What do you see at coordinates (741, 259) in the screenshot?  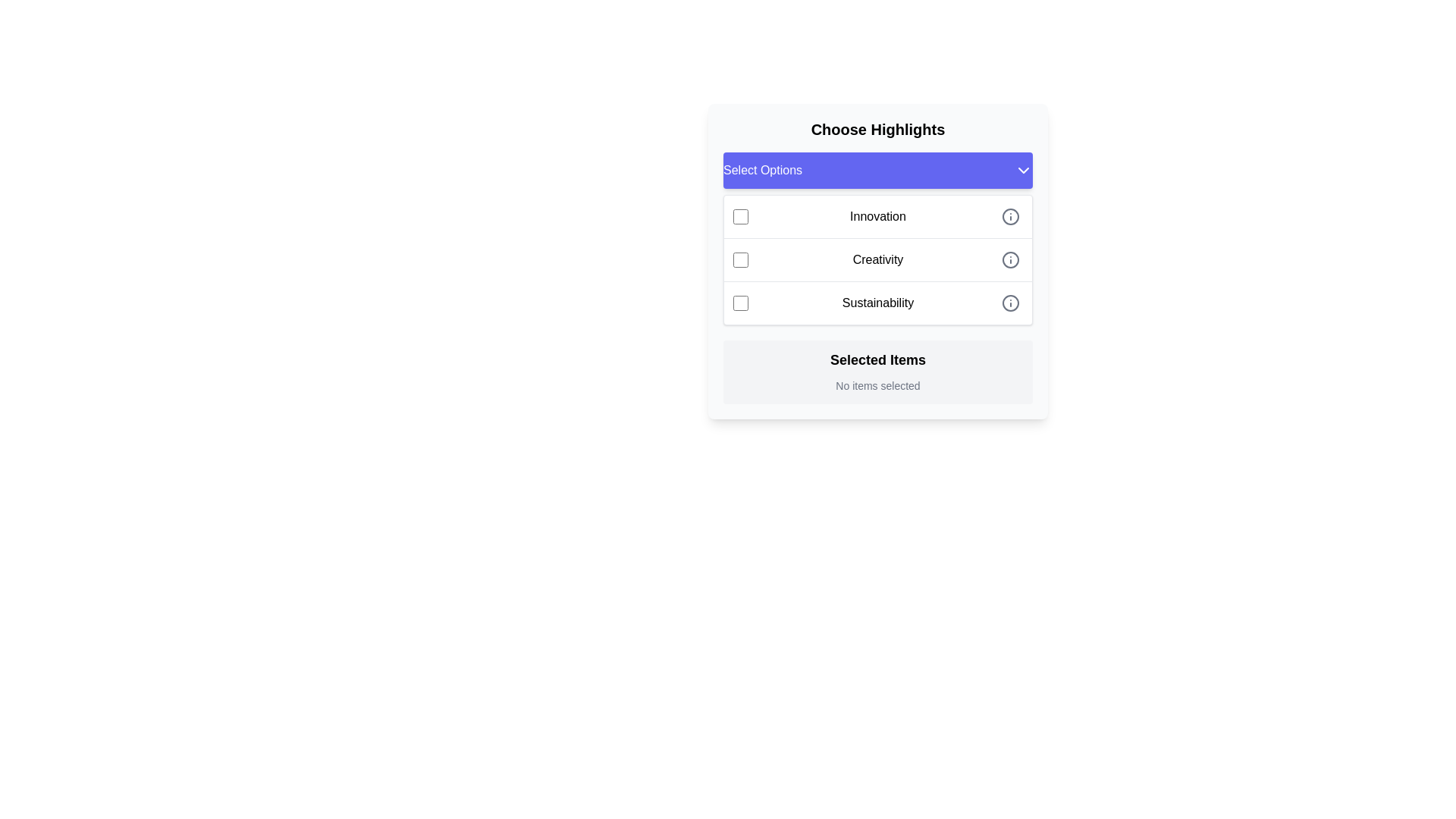 I see `the checkbox element located on the left side of the 'Creativity' label` at bounding box center [741, 259].